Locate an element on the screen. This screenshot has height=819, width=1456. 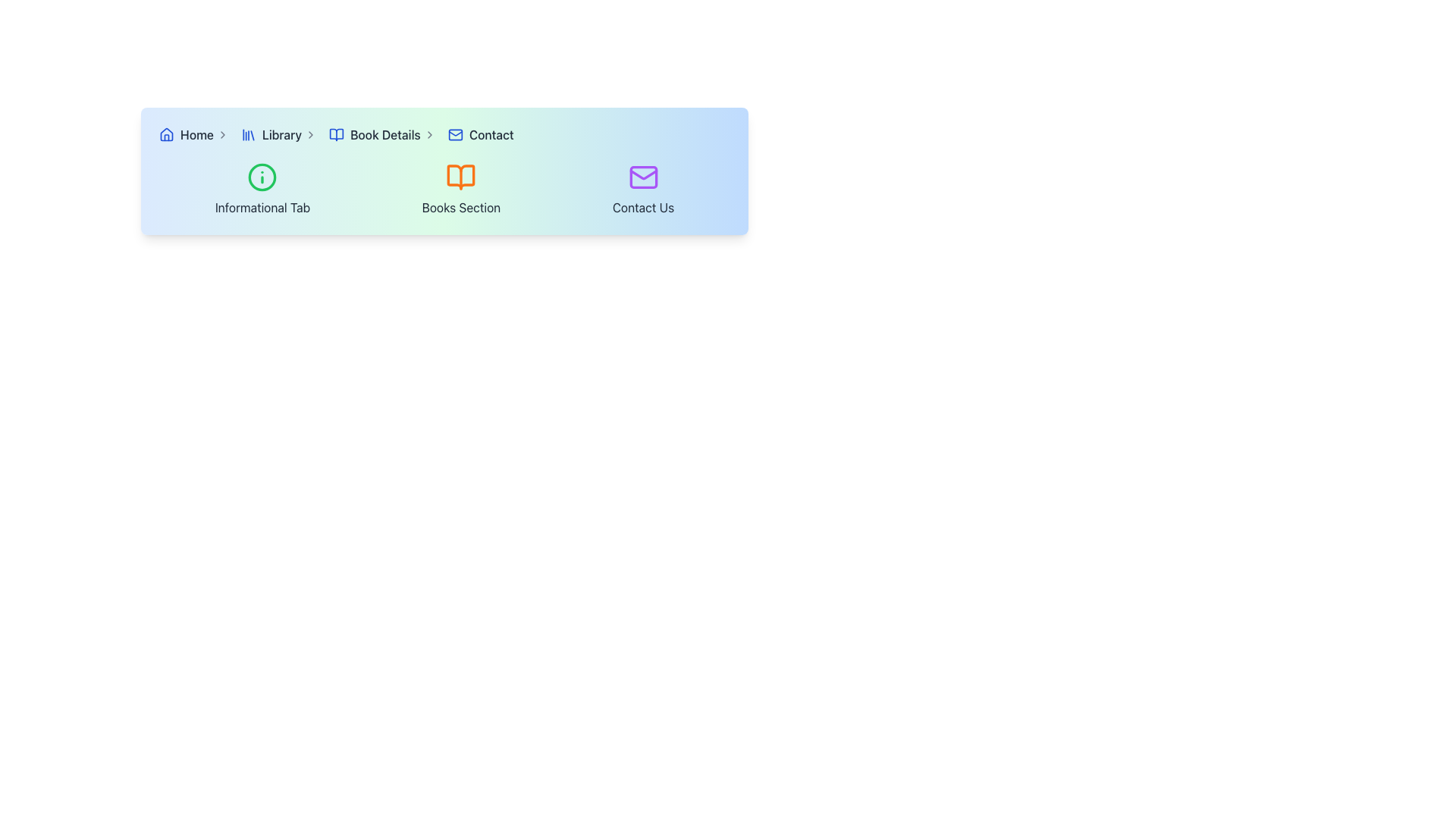
the 'Contact Us' button, which features a purple mail envelope icon and dark gray text is located at coordinates (643, 189).